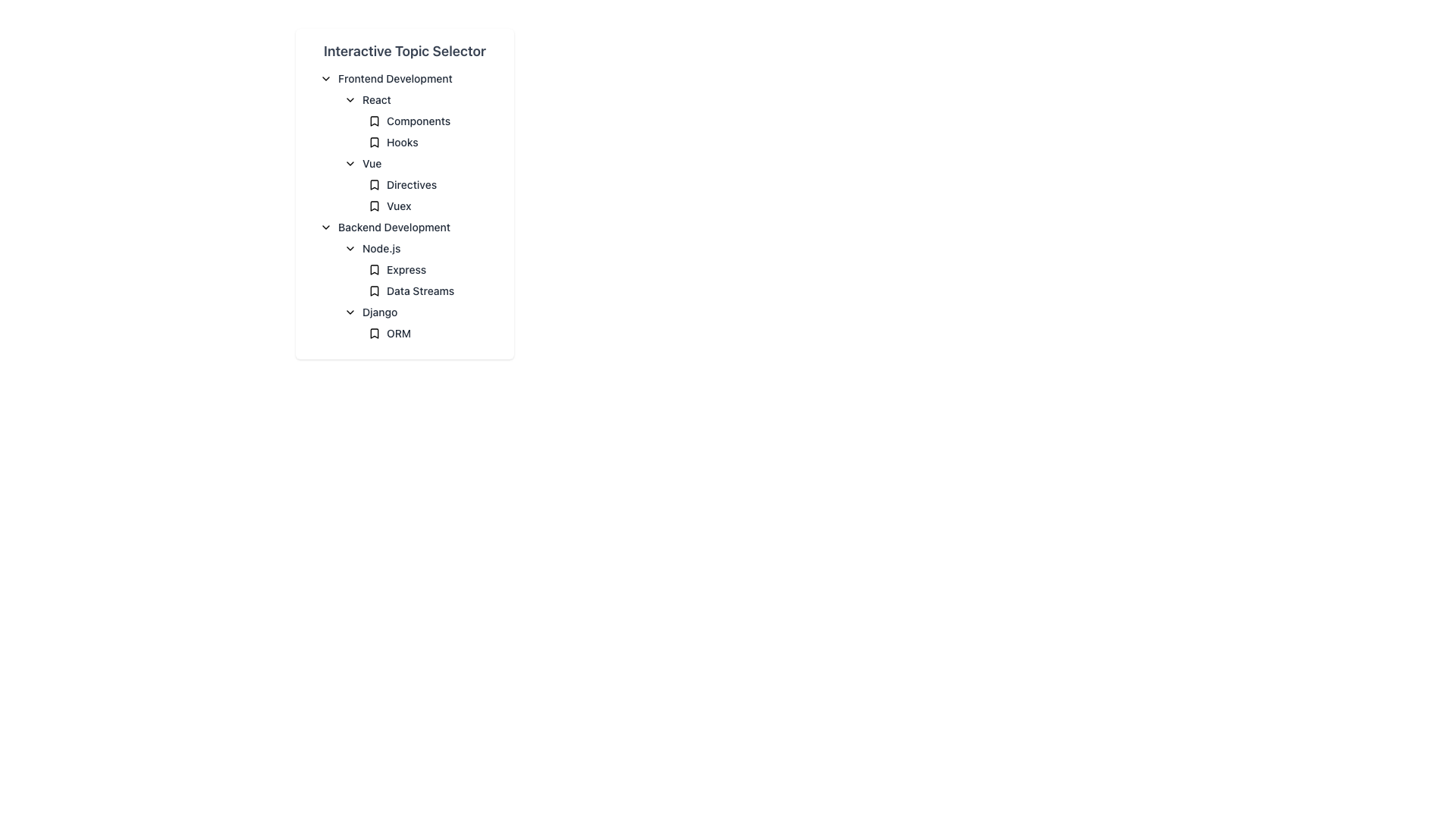 This screenshot has width=1456, height=819. I want to click on the downward-pointing chevron icon next to the 'React' label, so click(349, 99).